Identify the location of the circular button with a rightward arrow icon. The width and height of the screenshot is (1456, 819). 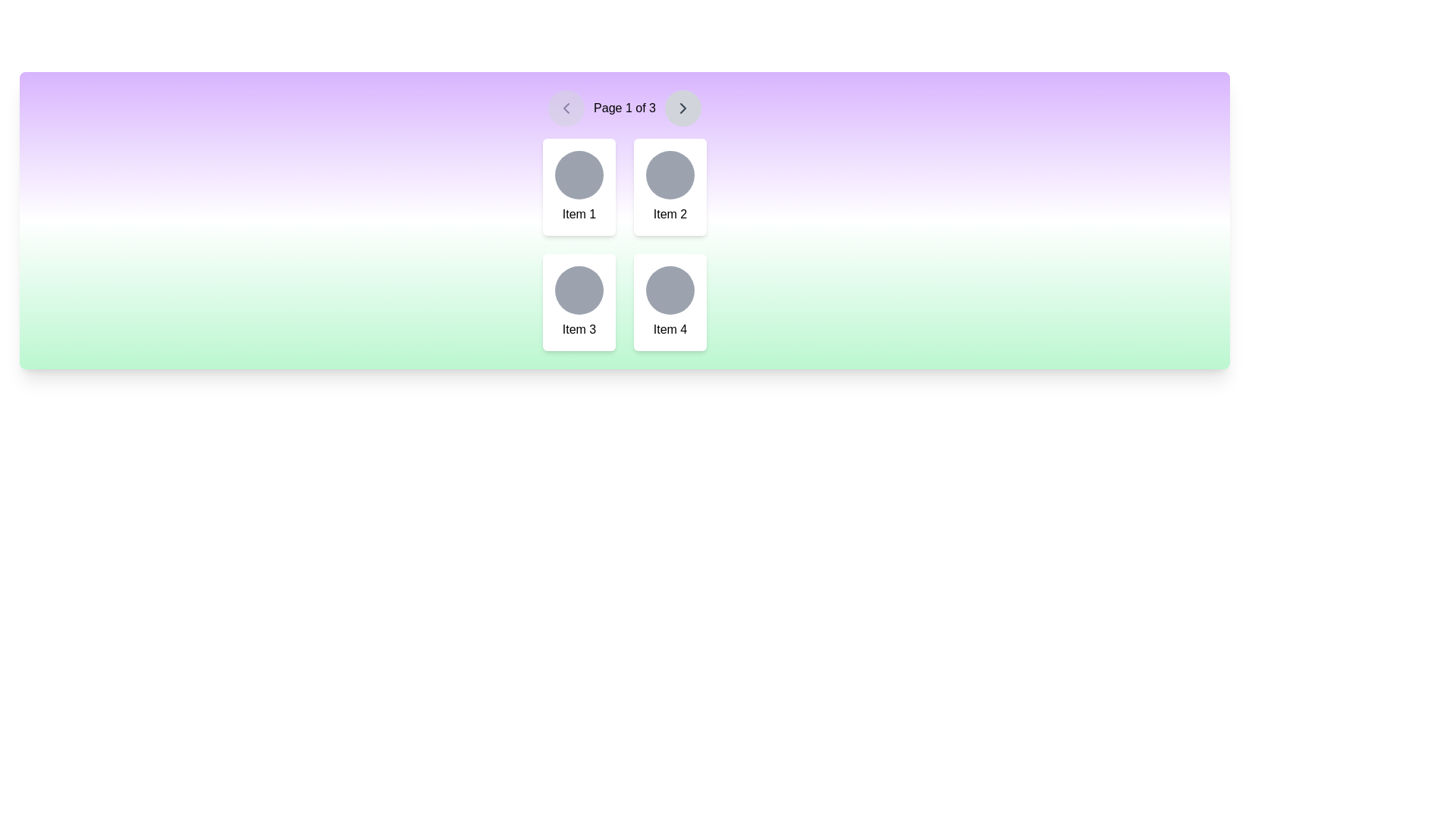
(682, 107).